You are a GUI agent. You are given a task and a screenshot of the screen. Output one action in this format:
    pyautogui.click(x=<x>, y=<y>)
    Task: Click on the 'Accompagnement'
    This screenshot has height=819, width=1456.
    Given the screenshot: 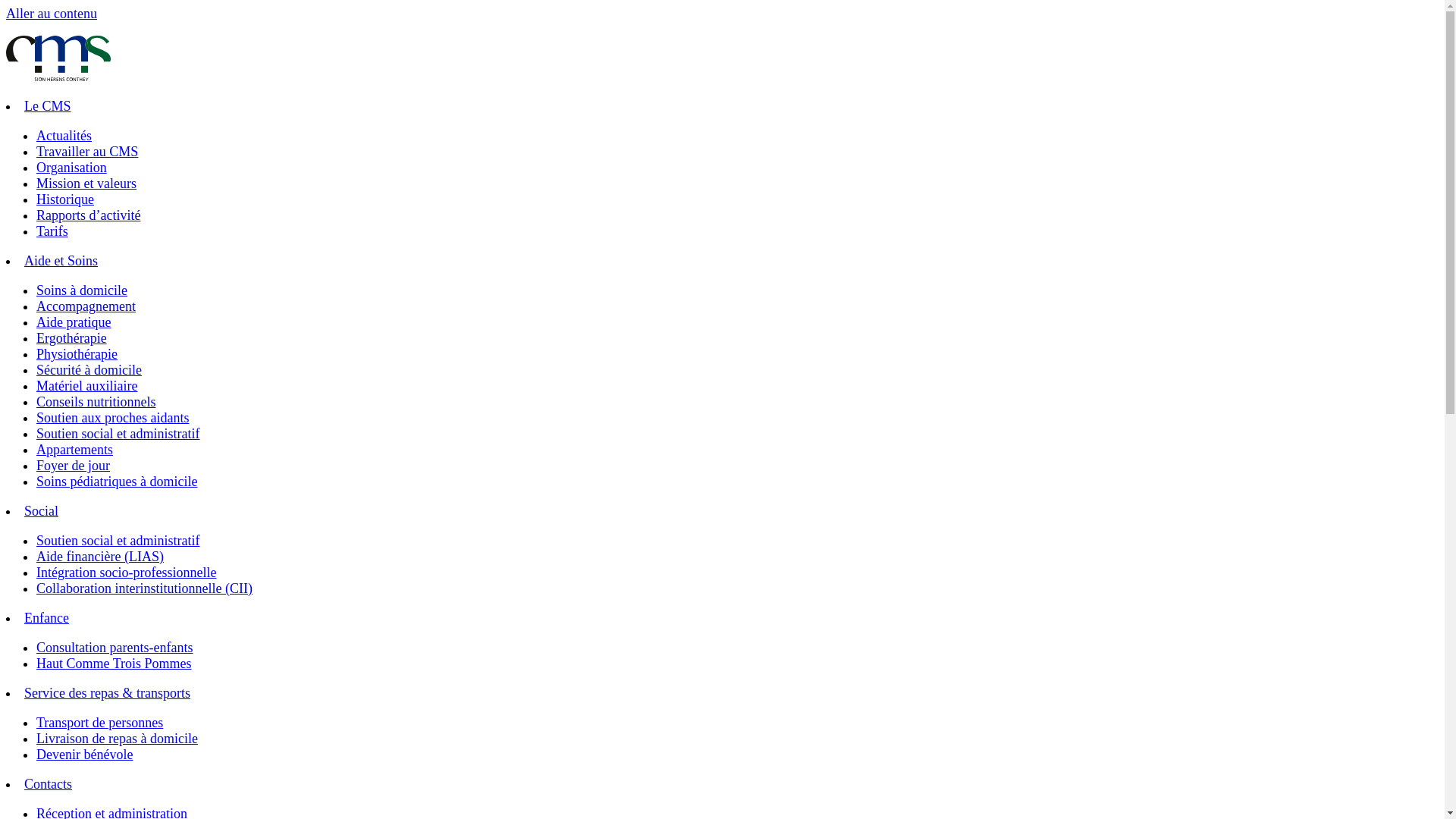 What is the action you would take?
    pyautogui.click(x=36, y=306)
    